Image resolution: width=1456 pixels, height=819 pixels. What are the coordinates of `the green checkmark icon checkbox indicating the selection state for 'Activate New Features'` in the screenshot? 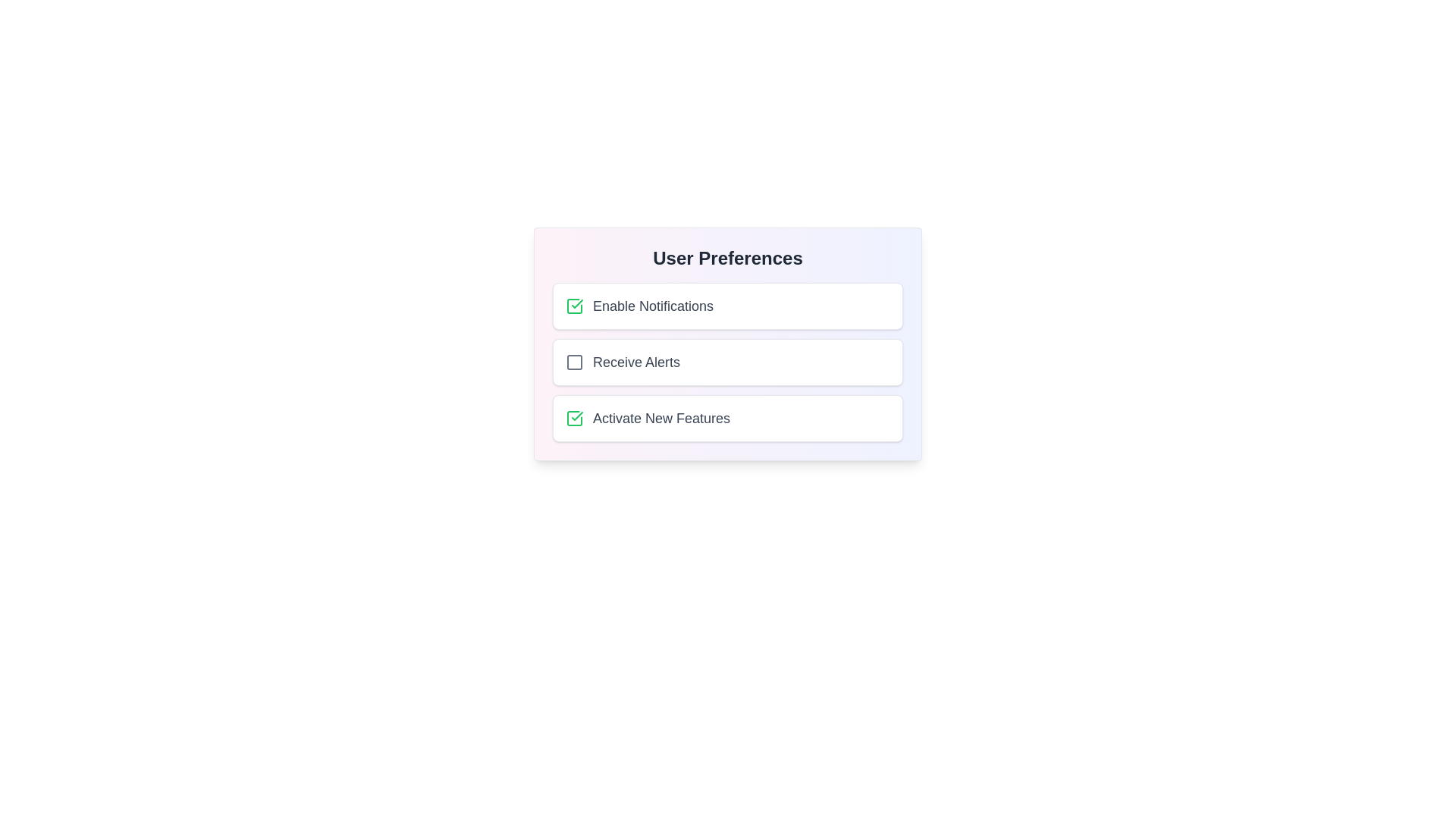 It's located at (574, 418).